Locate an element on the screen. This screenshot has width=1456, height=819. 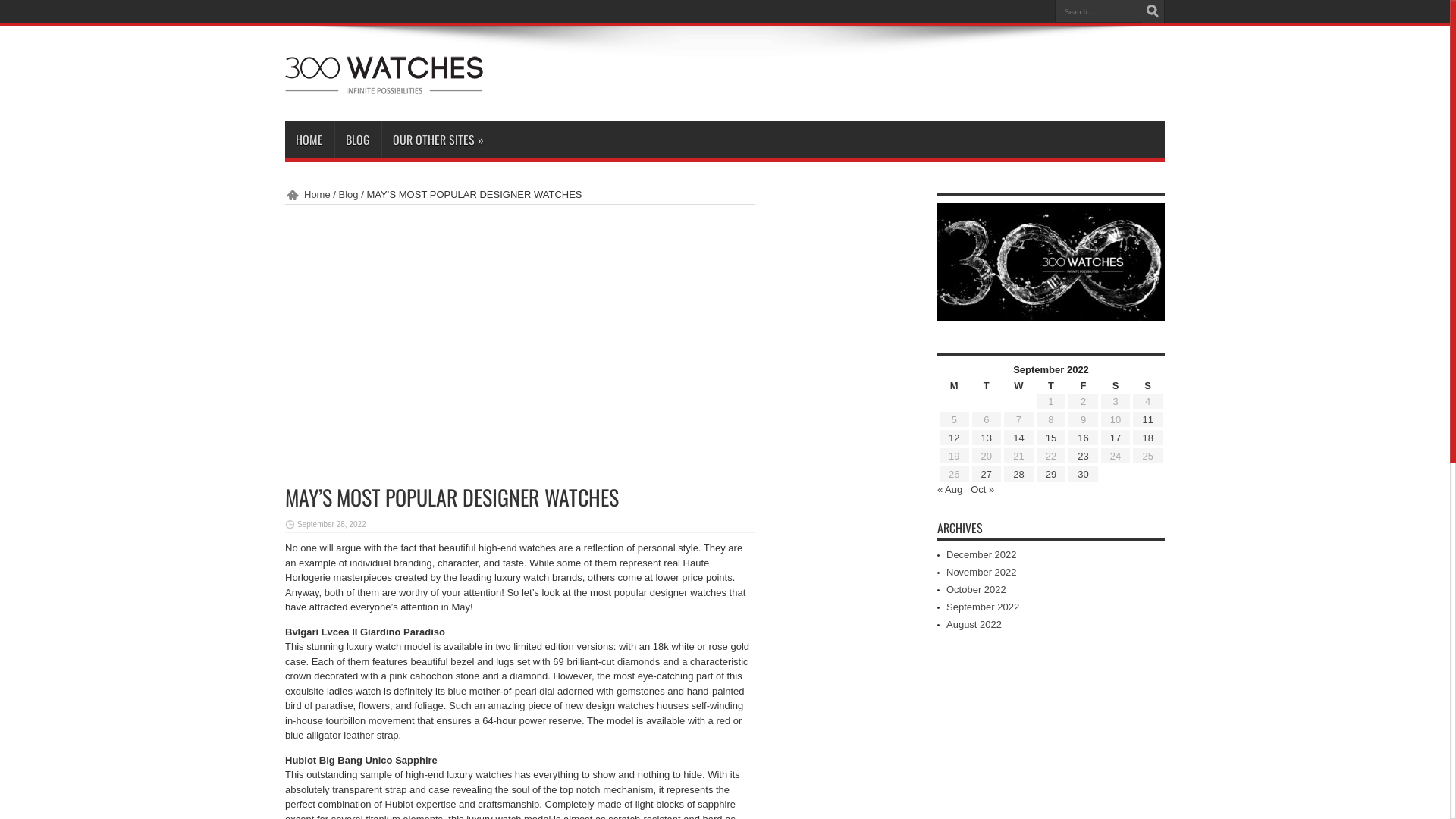
'27' is located at coordinates (981, 473).